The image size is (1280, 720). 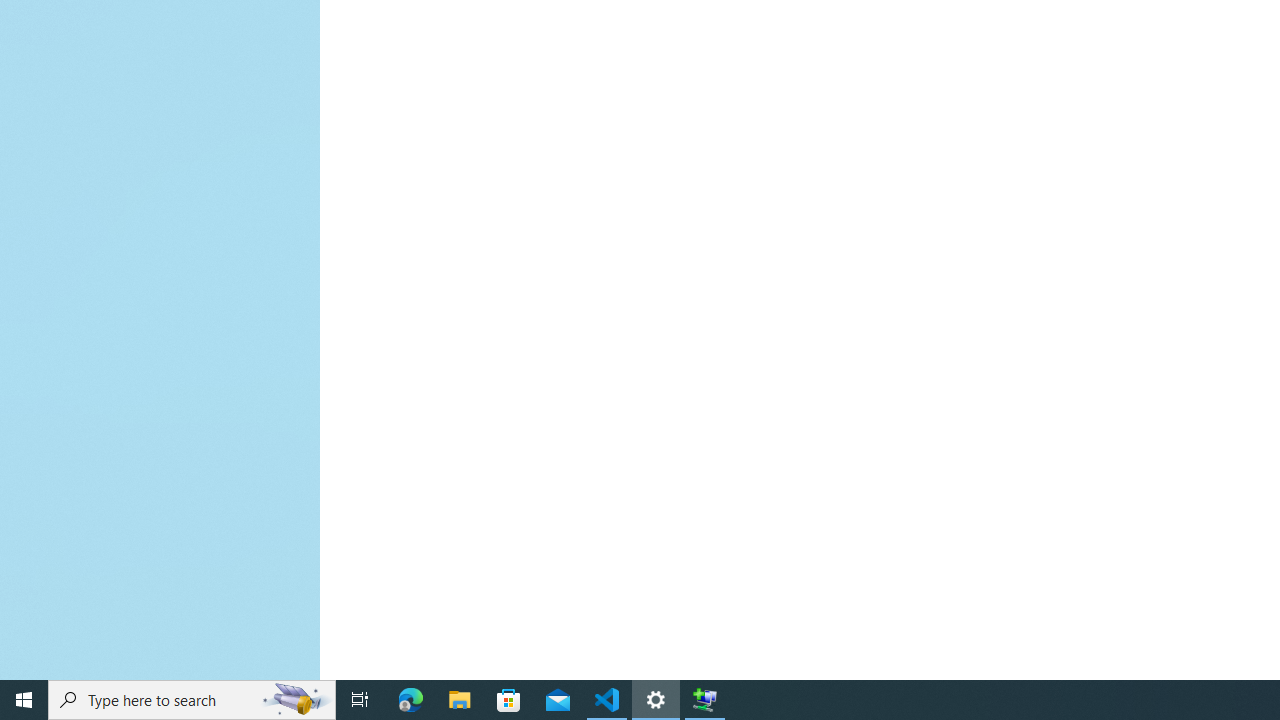 I want to click on 'Search highlights icon opens search home window', so click(x=294, y=698).